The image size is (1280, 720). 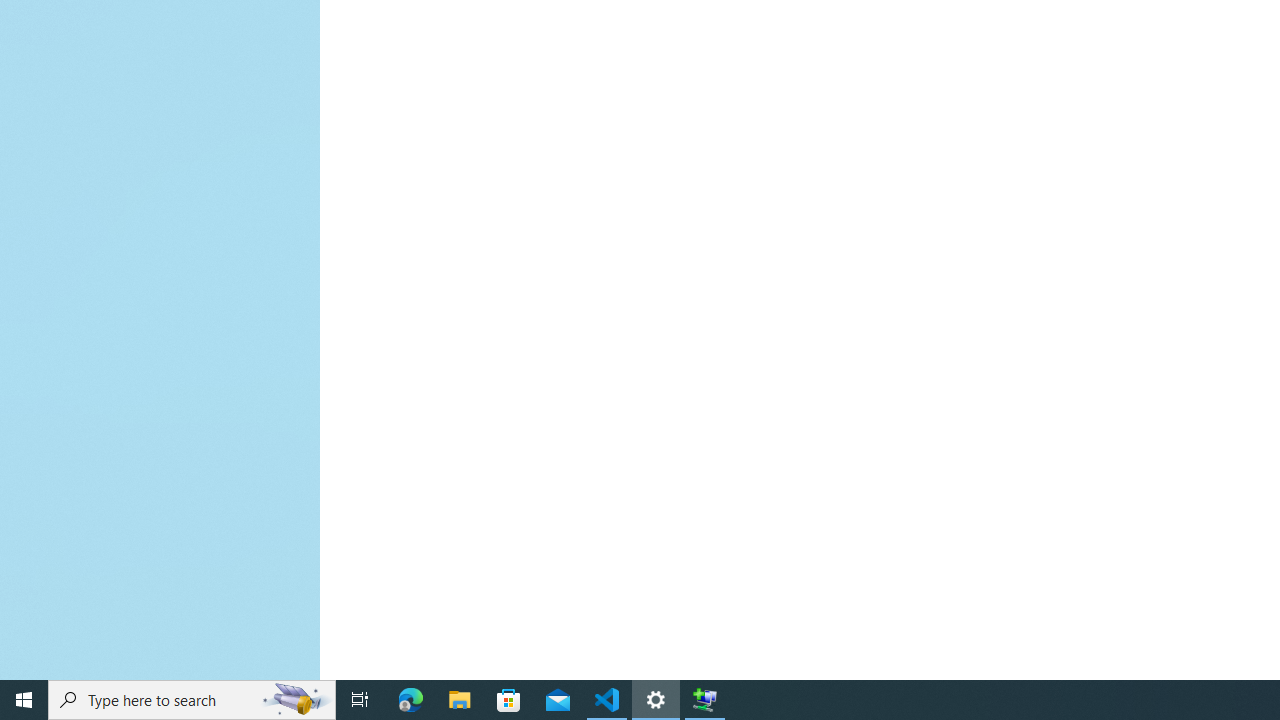 I want to click on 'Search highlights icon opens search home window', so click(x=294, y=698).